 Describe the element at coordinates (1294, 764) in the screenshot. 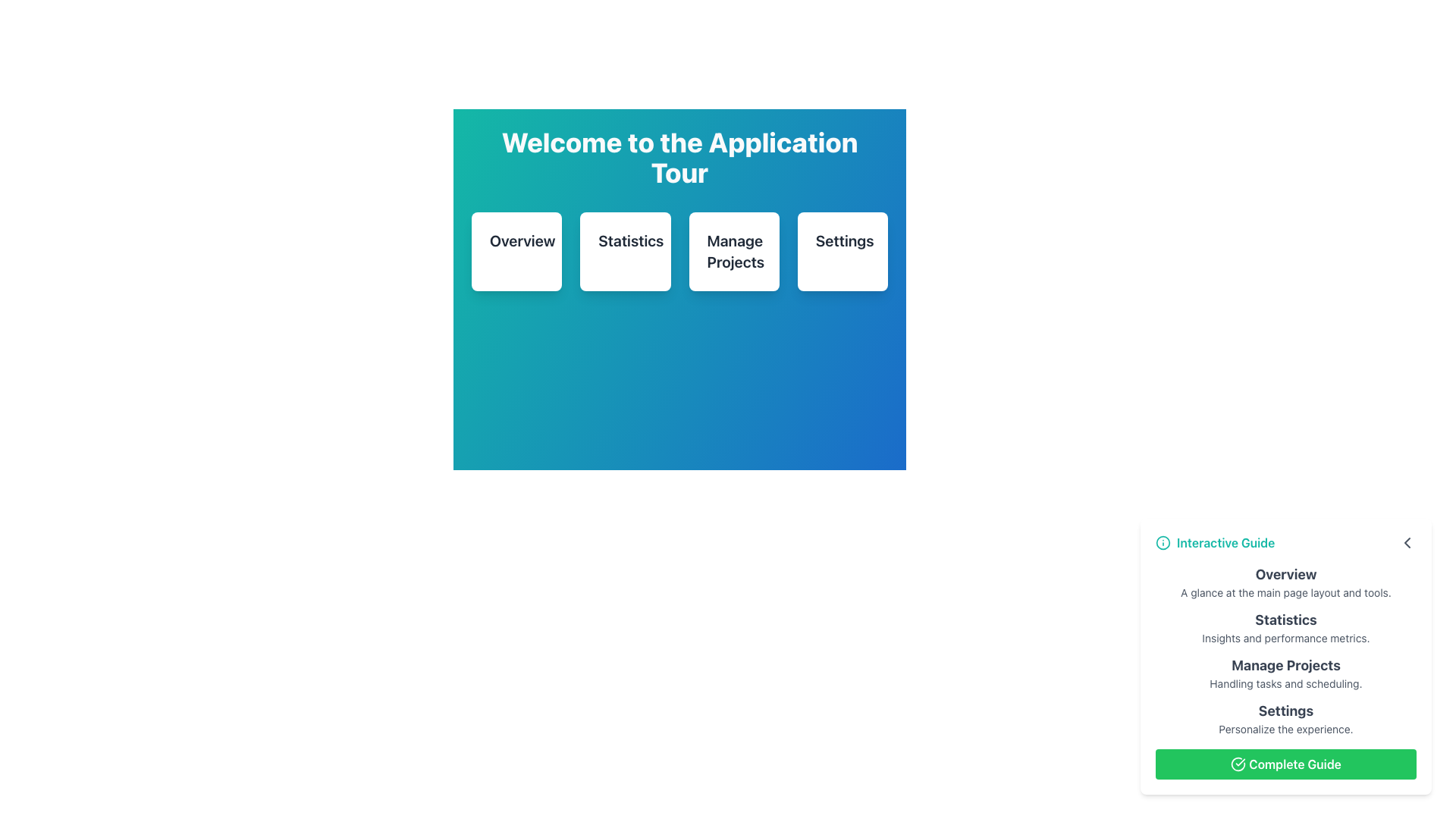

I see `the 'Complete Guide' text label within the green button at the bottom of the 'Interactive Guide' panel to interact with the button` at that location.